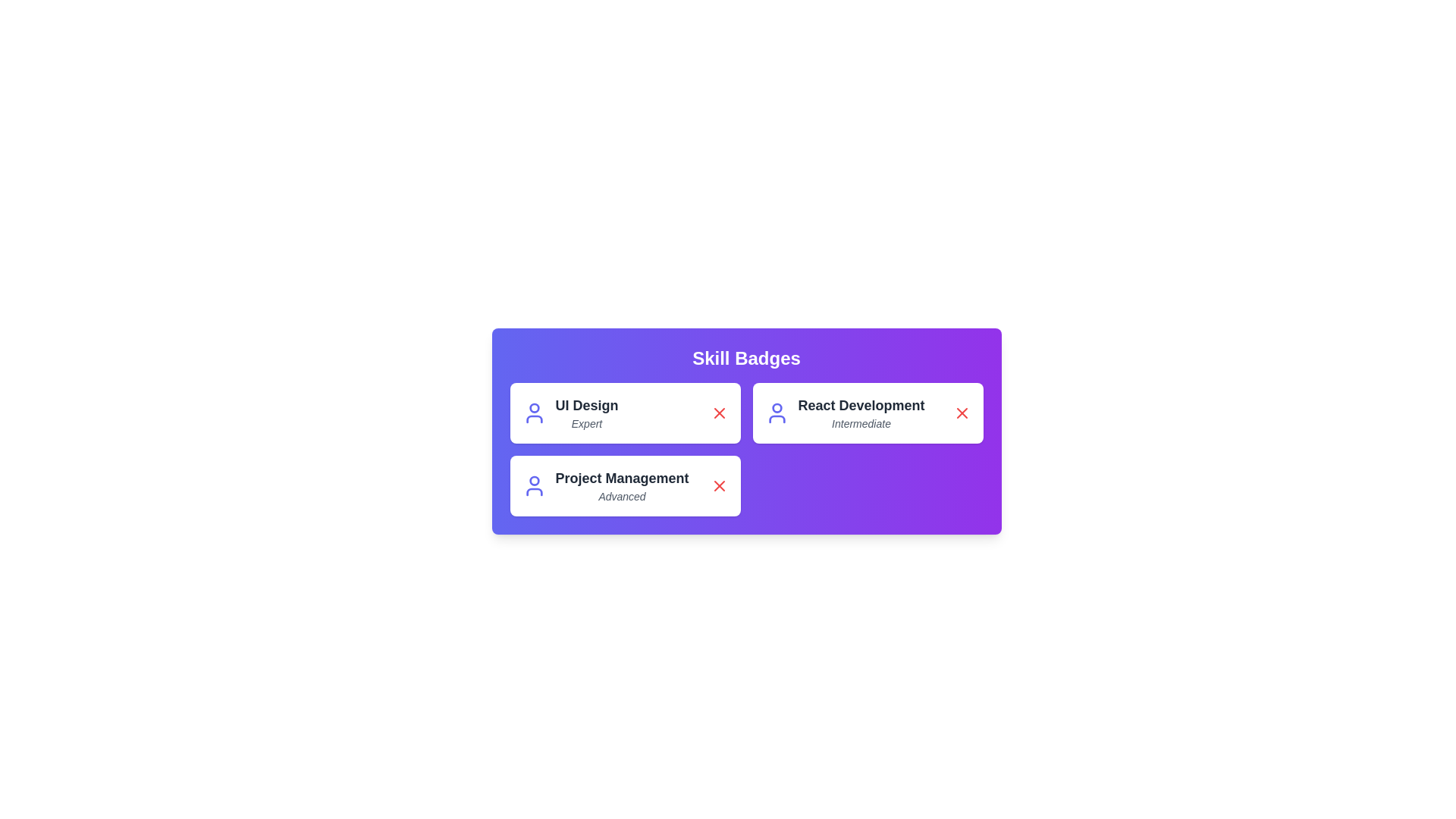  What do you see at coordinates (718, 413) in the screenshot?
I see `close button for the skill chip labeled 'UI Design'` at bounding box center [718, 413].